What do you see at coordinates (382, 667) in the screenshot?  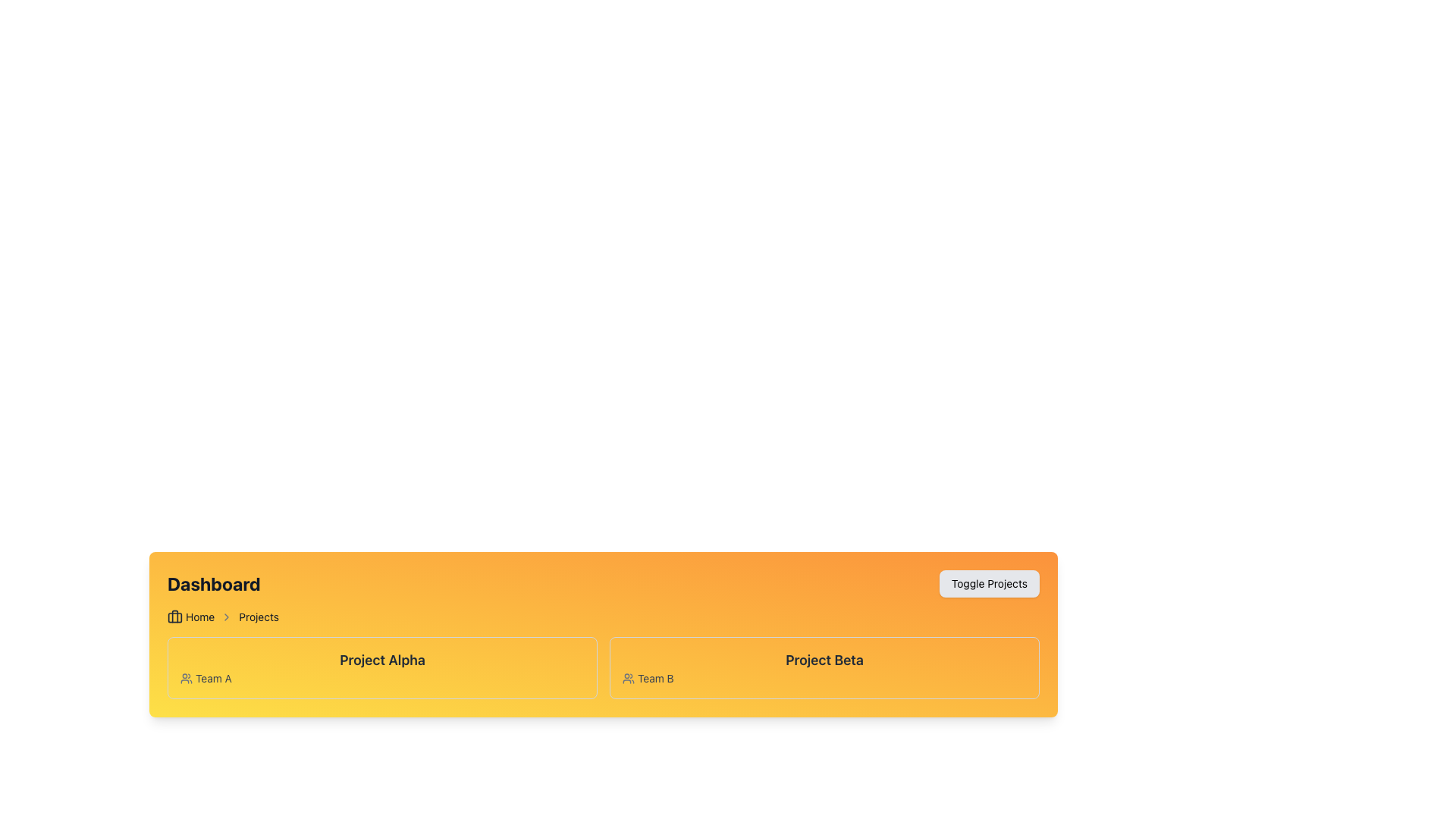 I see `the rectangular card with a gradient yellow background that contains 'Project Alpha' in bold, large font` at bounding box center [382, 667].